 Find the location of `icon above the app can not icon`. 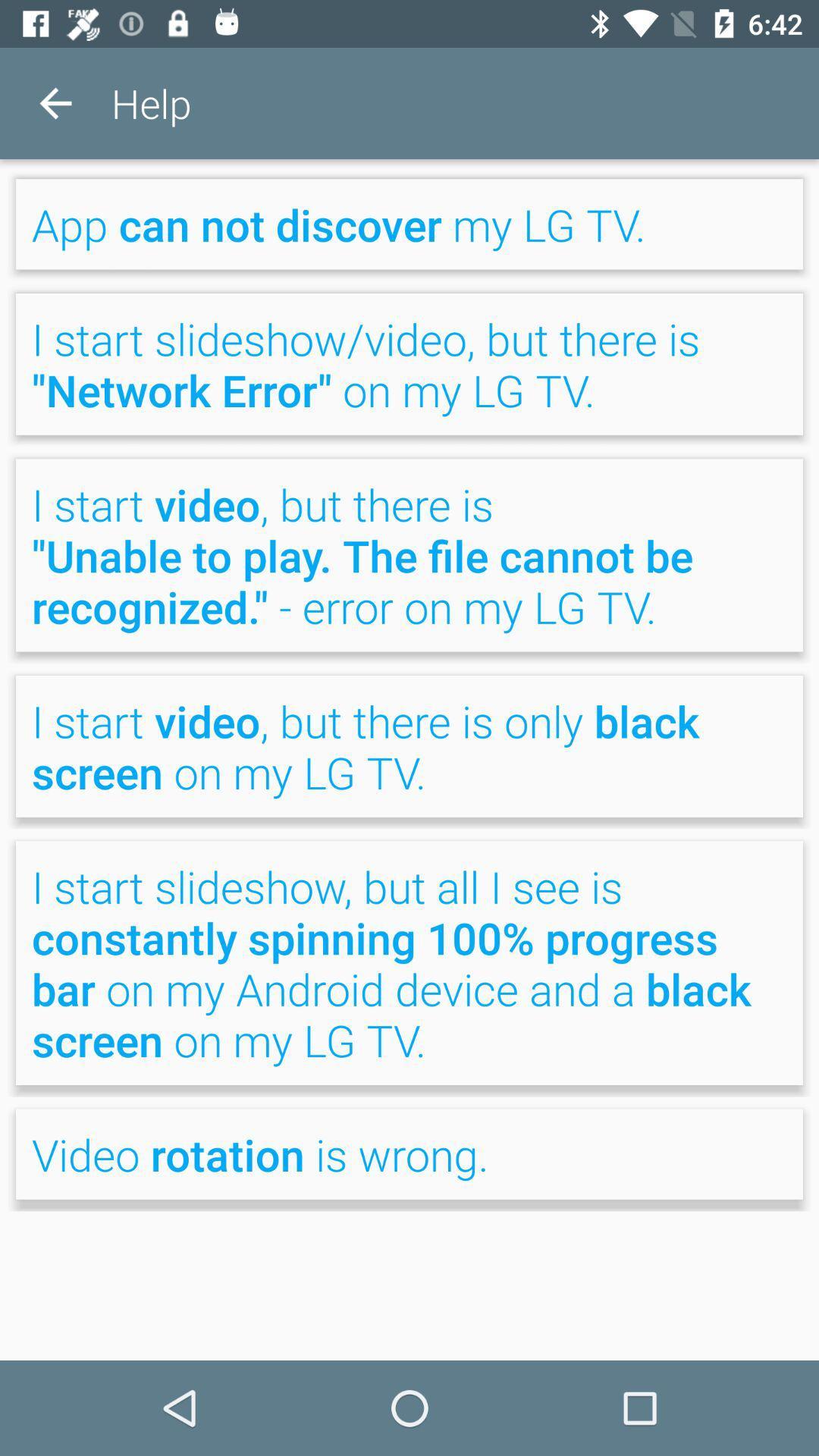

icon above the app can not icon is located at coordinates (55, 102).